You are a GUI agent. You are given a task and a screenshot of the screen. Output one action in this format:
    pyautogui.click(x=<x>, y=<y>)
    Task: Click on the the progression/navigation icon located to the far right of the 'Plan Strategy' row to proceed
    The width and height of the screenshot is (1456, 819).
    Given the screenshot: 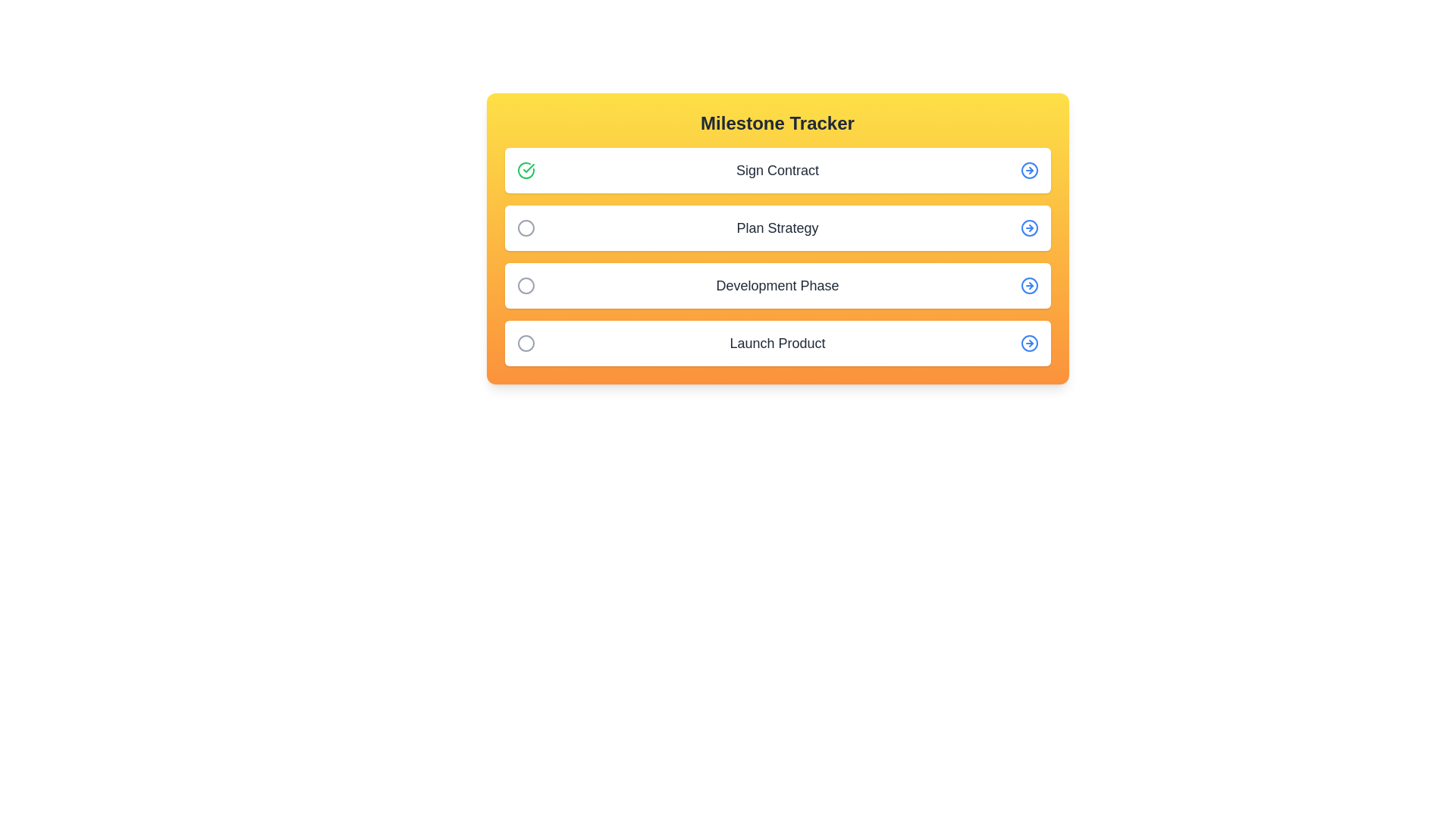 What is the action you would take?
    pyautogui.click(x=1029, y=227)
    